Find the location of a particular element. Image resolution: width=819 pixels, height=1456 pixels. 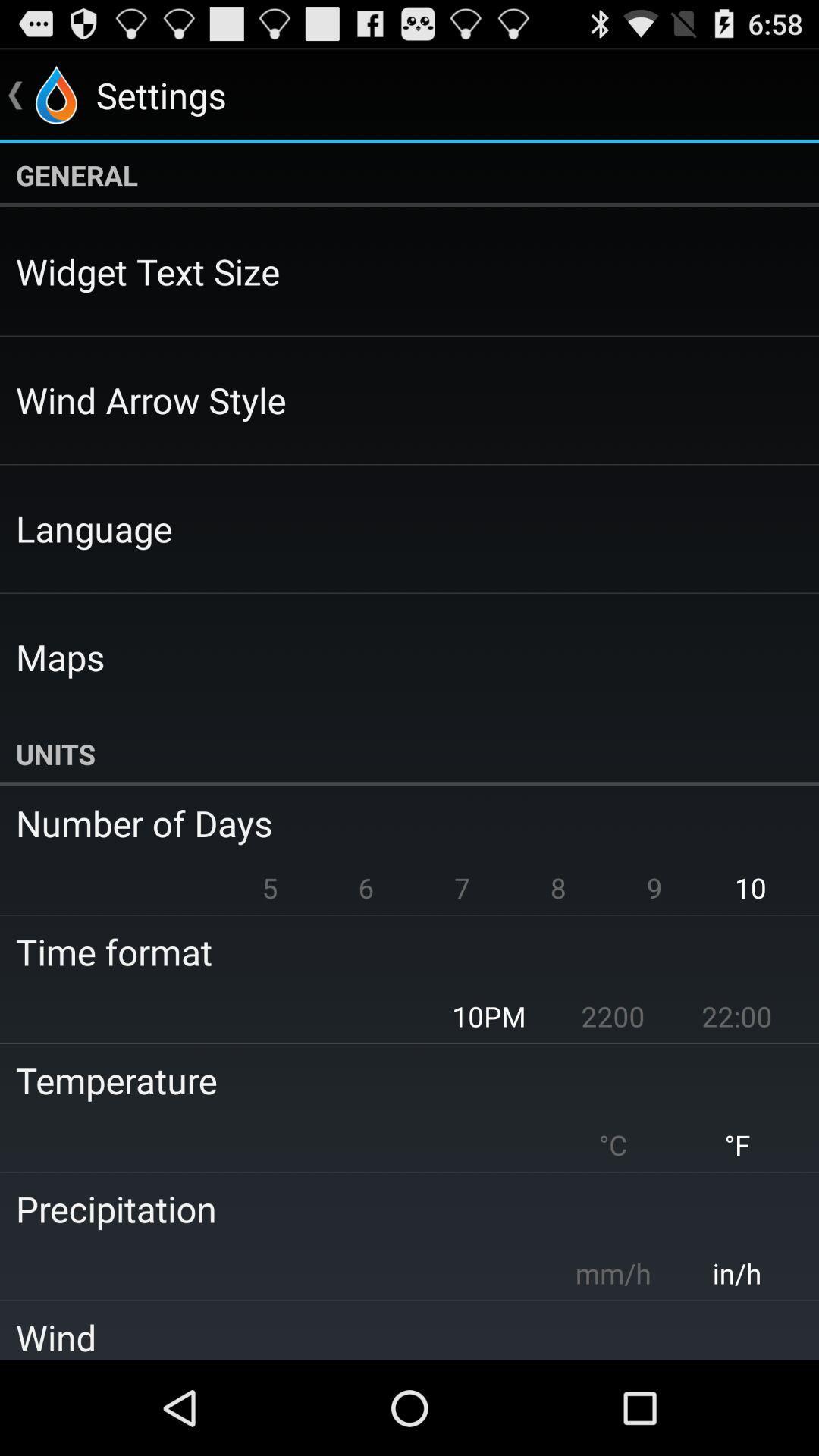

item below 10pm icon is located at coordinates (398, 1079).